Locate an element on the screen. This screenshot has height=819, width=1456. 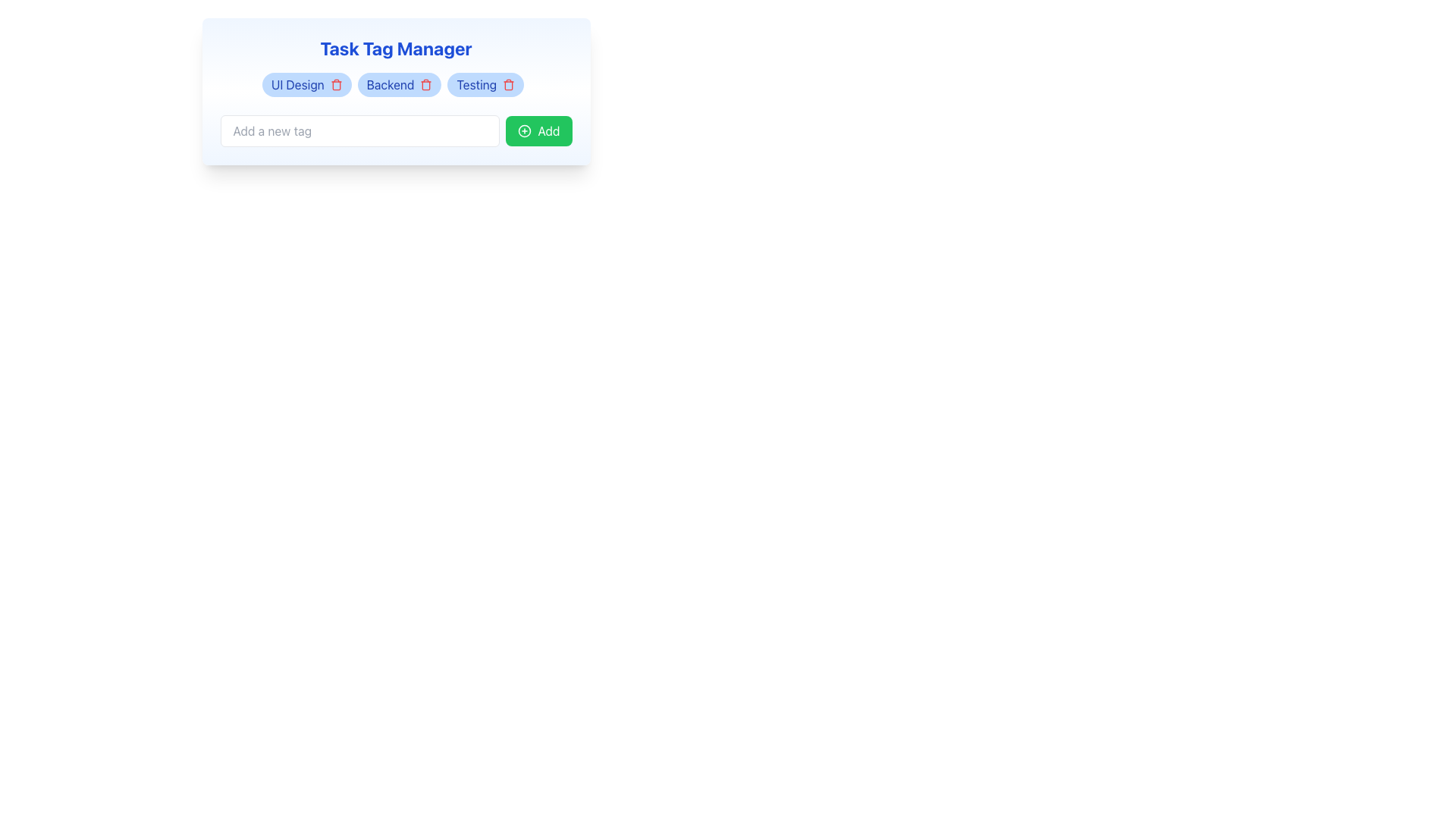
the interactive trash bin button located to the right of the text 'Backend' is located at coordinates (425, 84).